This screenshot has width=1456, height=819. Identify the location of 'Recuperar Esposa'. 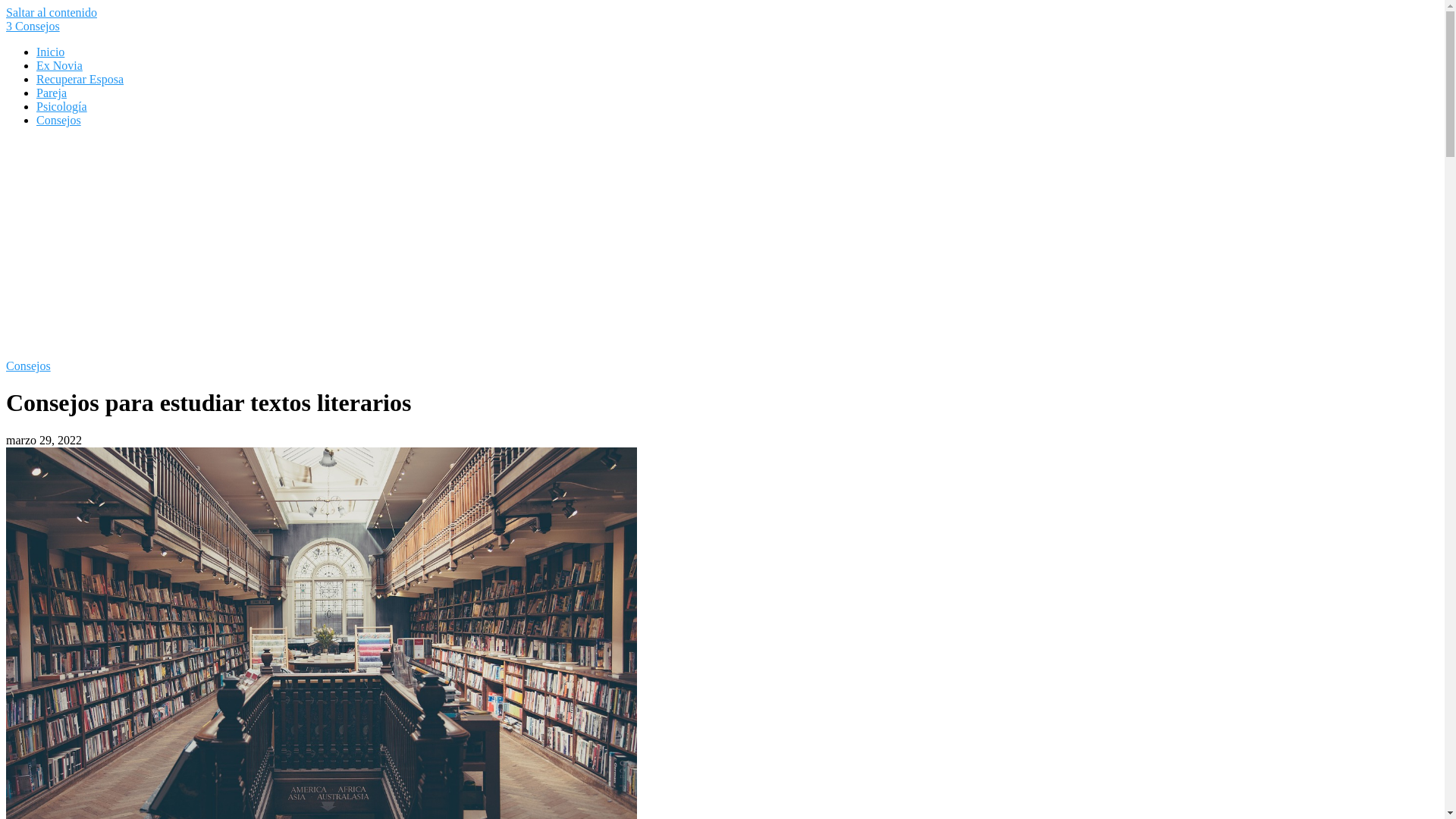
(79, 79).